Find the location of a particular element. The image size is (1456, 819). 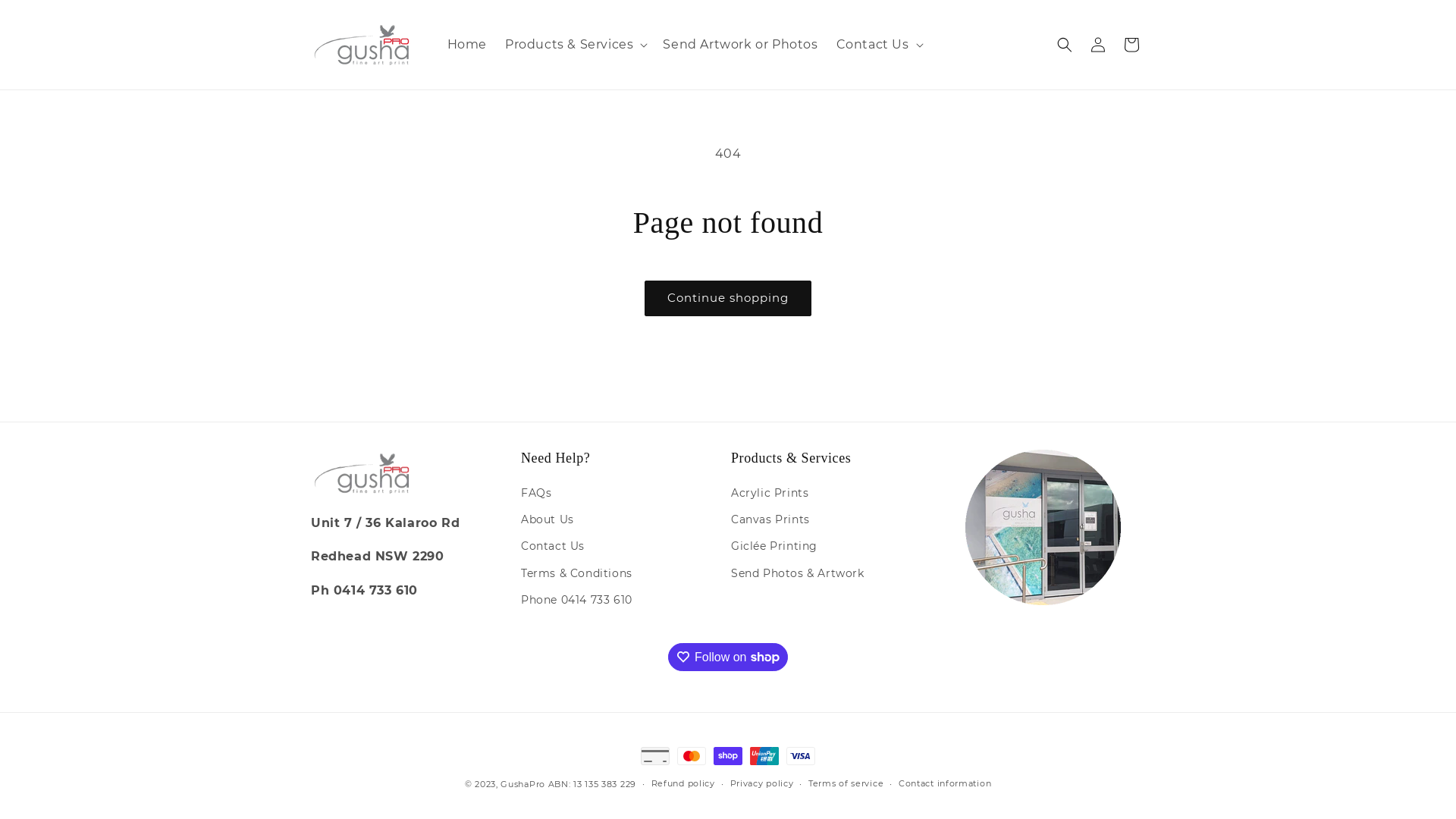

'Home' is located at coordinates (466, 44).